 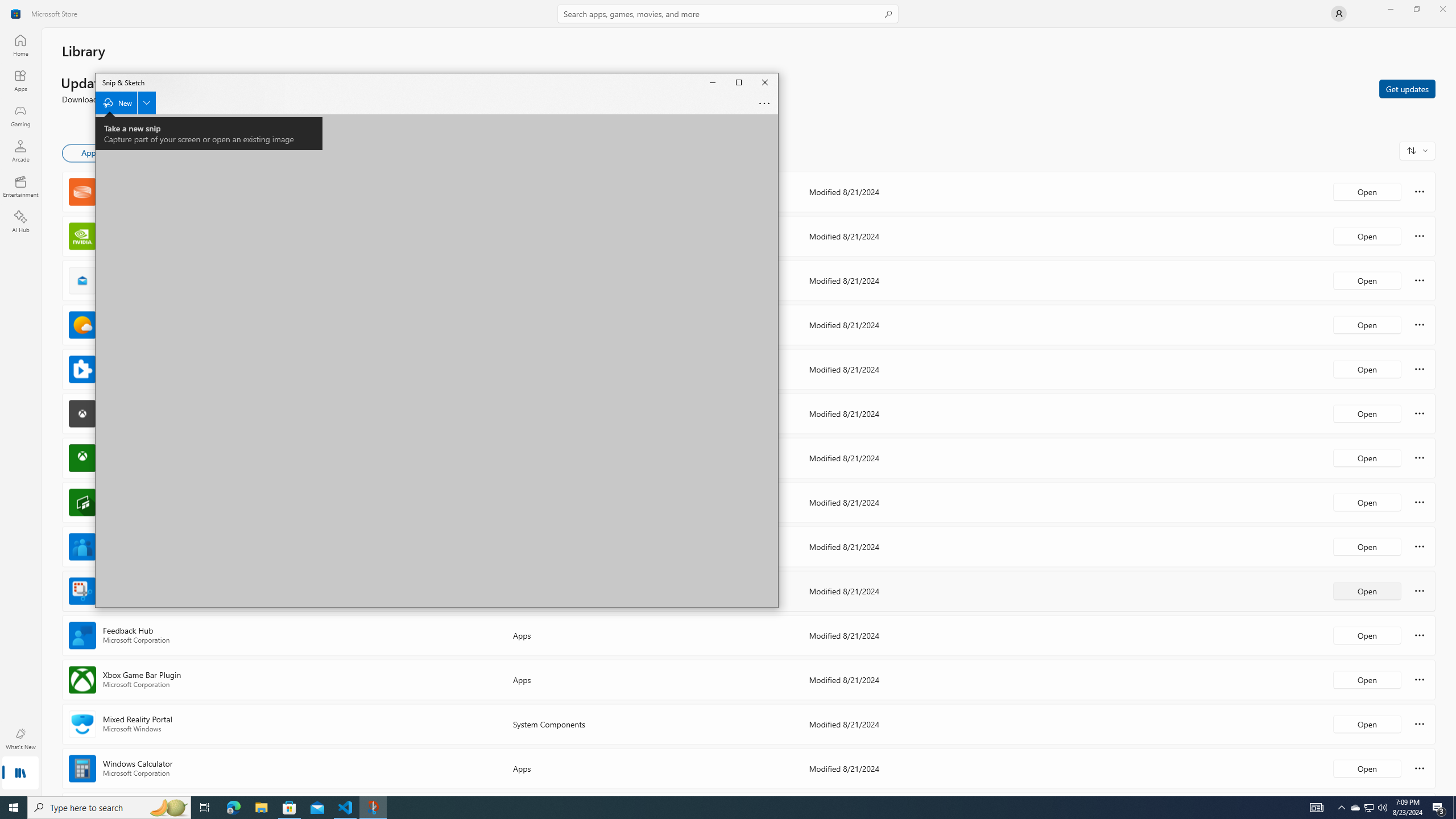 I want to click on 'New Snip', so click(x=125, y=102).